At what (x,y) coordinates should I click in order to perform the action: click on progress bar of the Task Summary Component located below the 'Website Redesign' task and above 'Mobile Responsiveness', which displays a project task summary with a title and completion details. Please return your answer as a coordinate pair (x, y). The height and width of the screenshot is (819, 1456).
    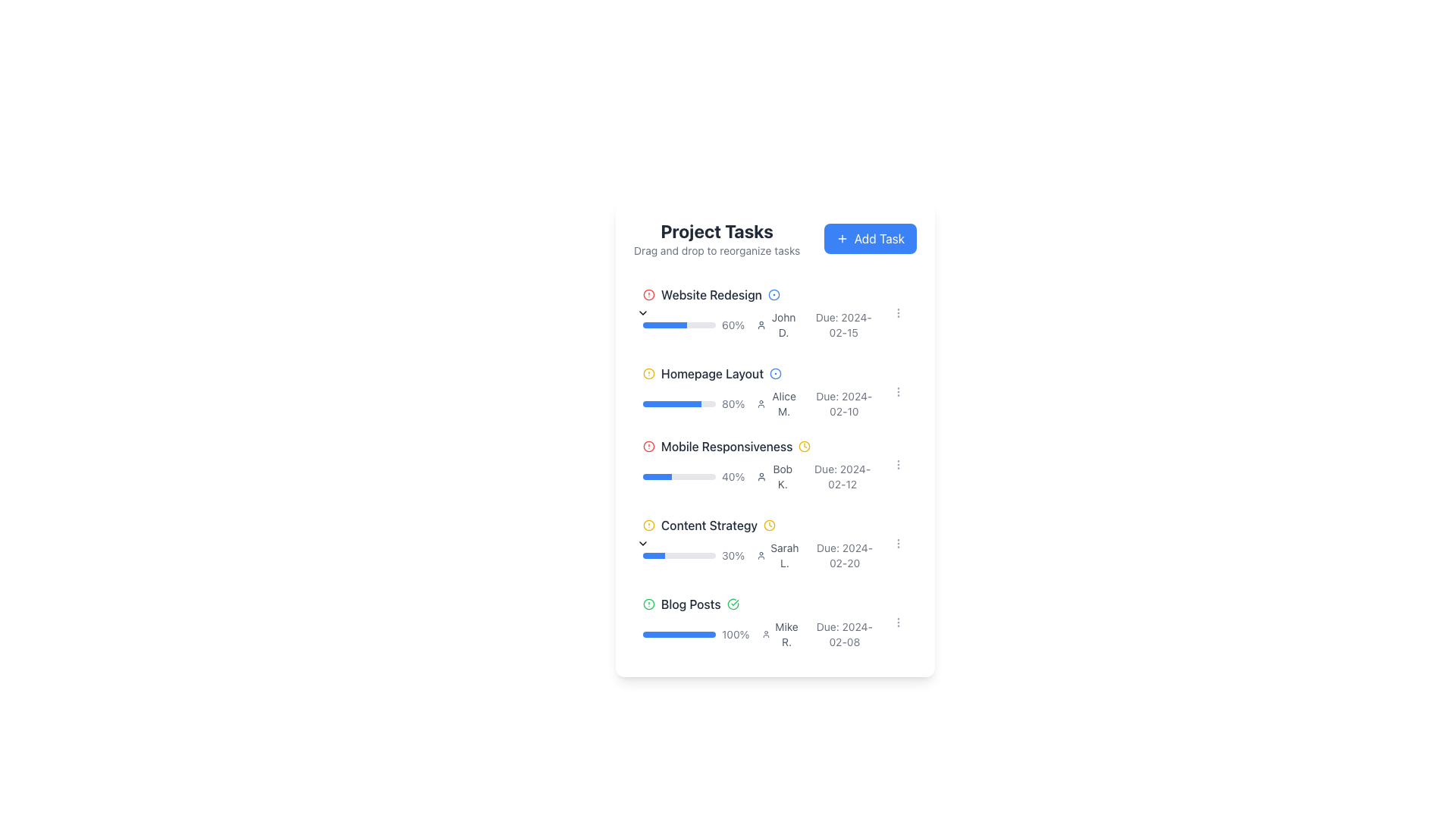
    Looking at the image, I should click on (775, 428).